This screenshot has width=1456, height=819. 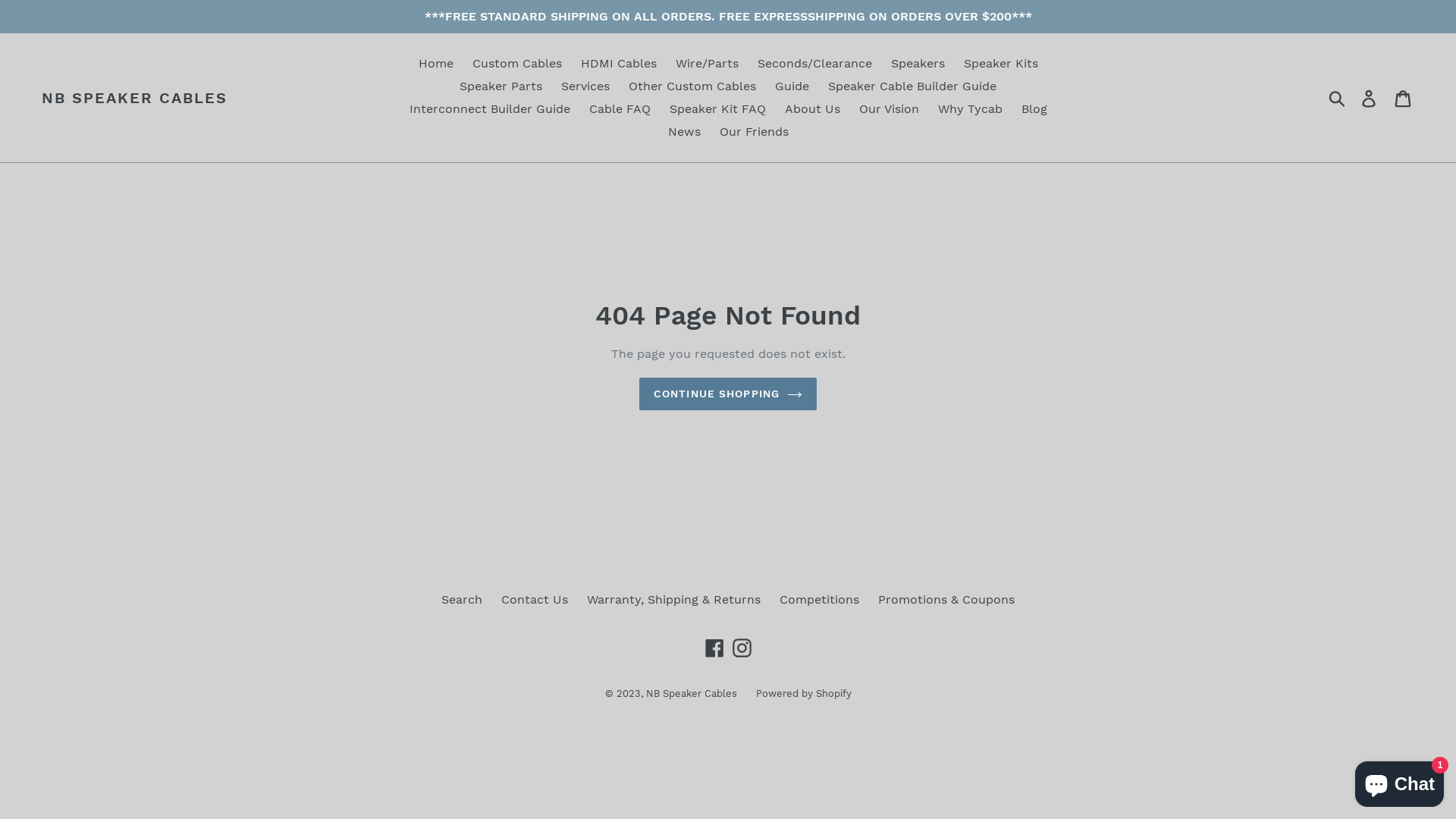 I want to click on 'Cable FAQ', so click(x=580, y=108).